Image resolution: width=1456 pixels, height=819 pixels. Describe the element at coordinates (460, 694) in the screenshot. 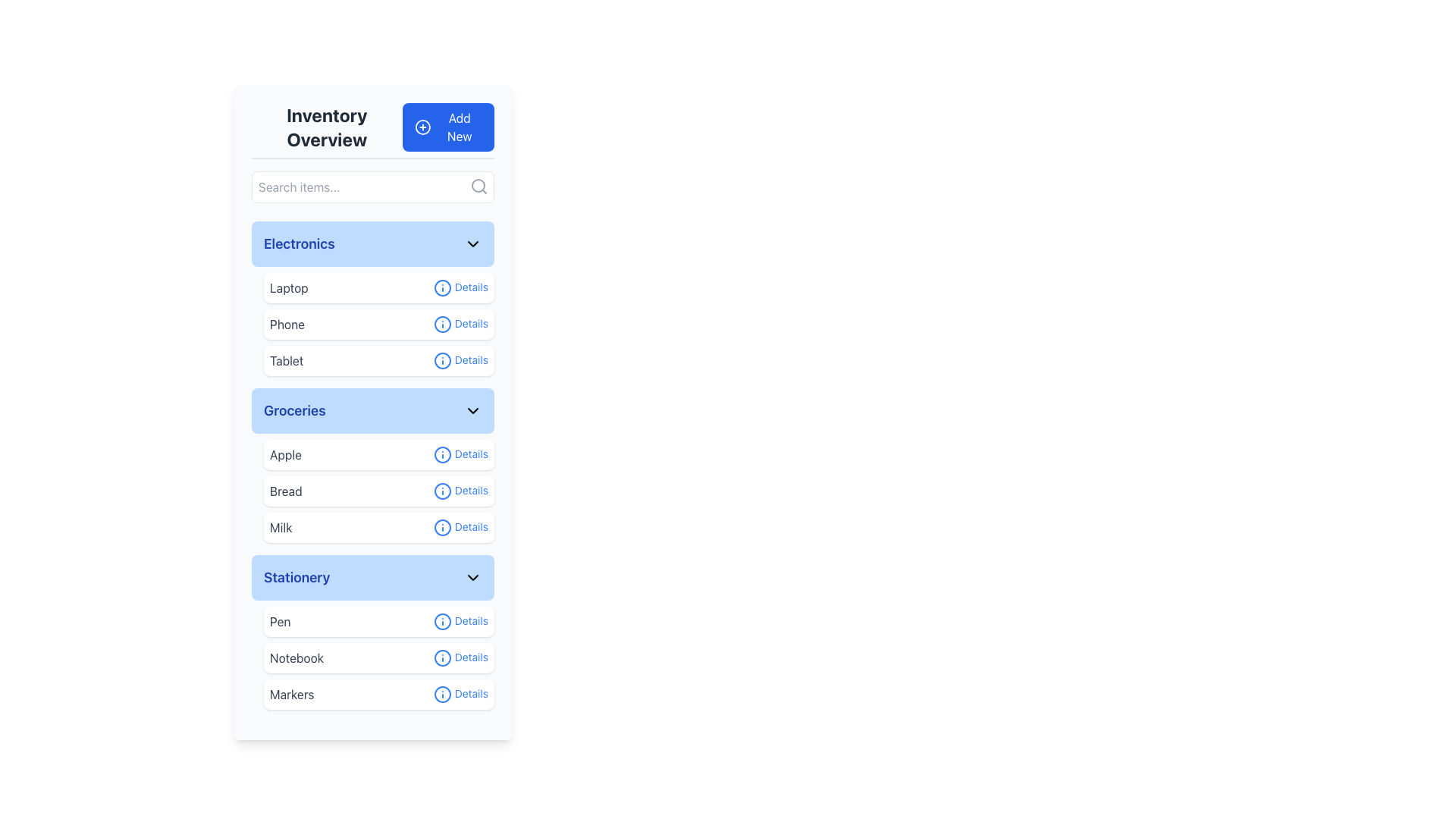

I see `the hyperlink with an adjacent icon located` at that location.